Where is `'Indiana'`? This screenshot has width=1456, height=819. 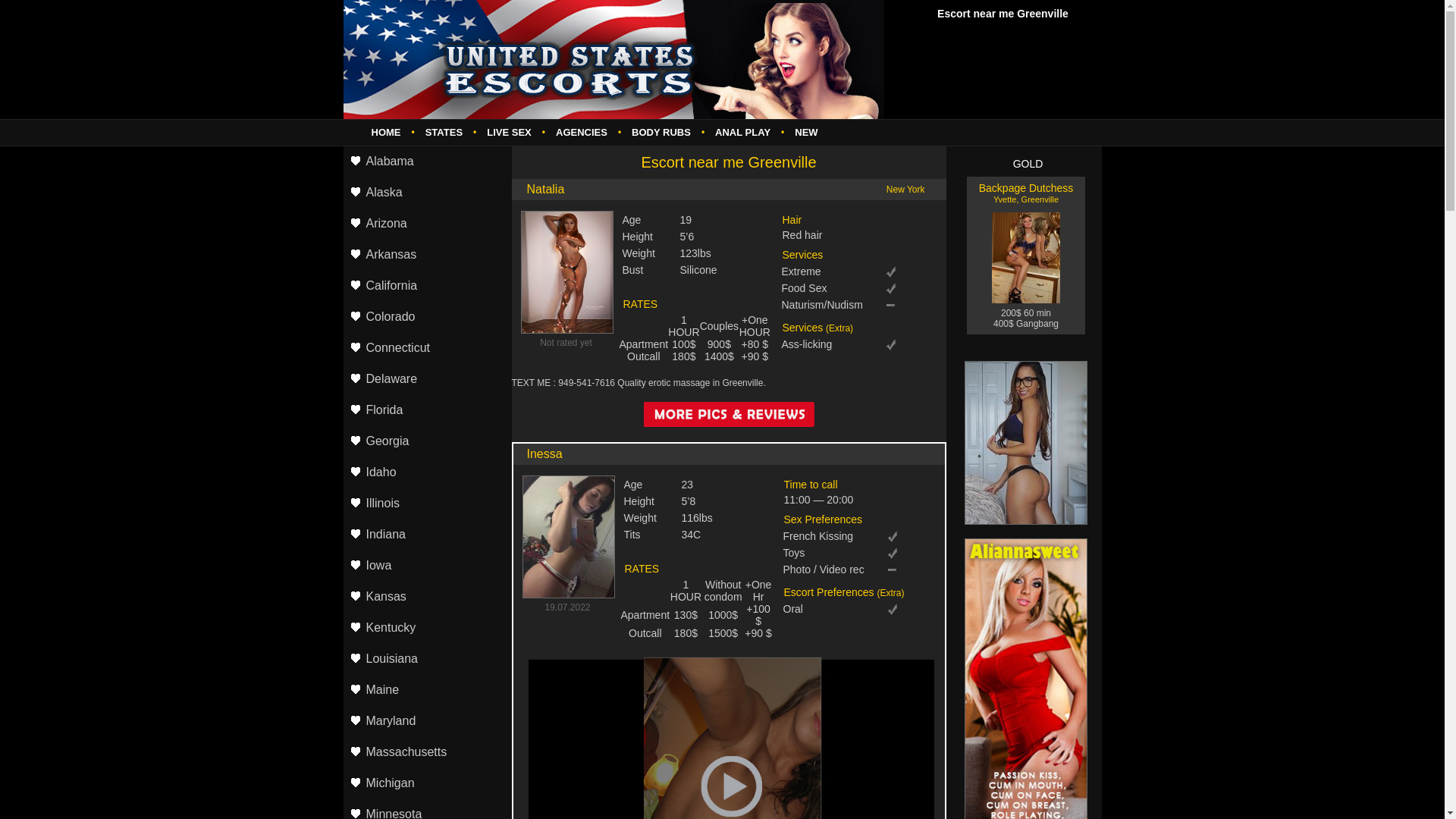
'Indiana' is located at coordinates (341, 534).